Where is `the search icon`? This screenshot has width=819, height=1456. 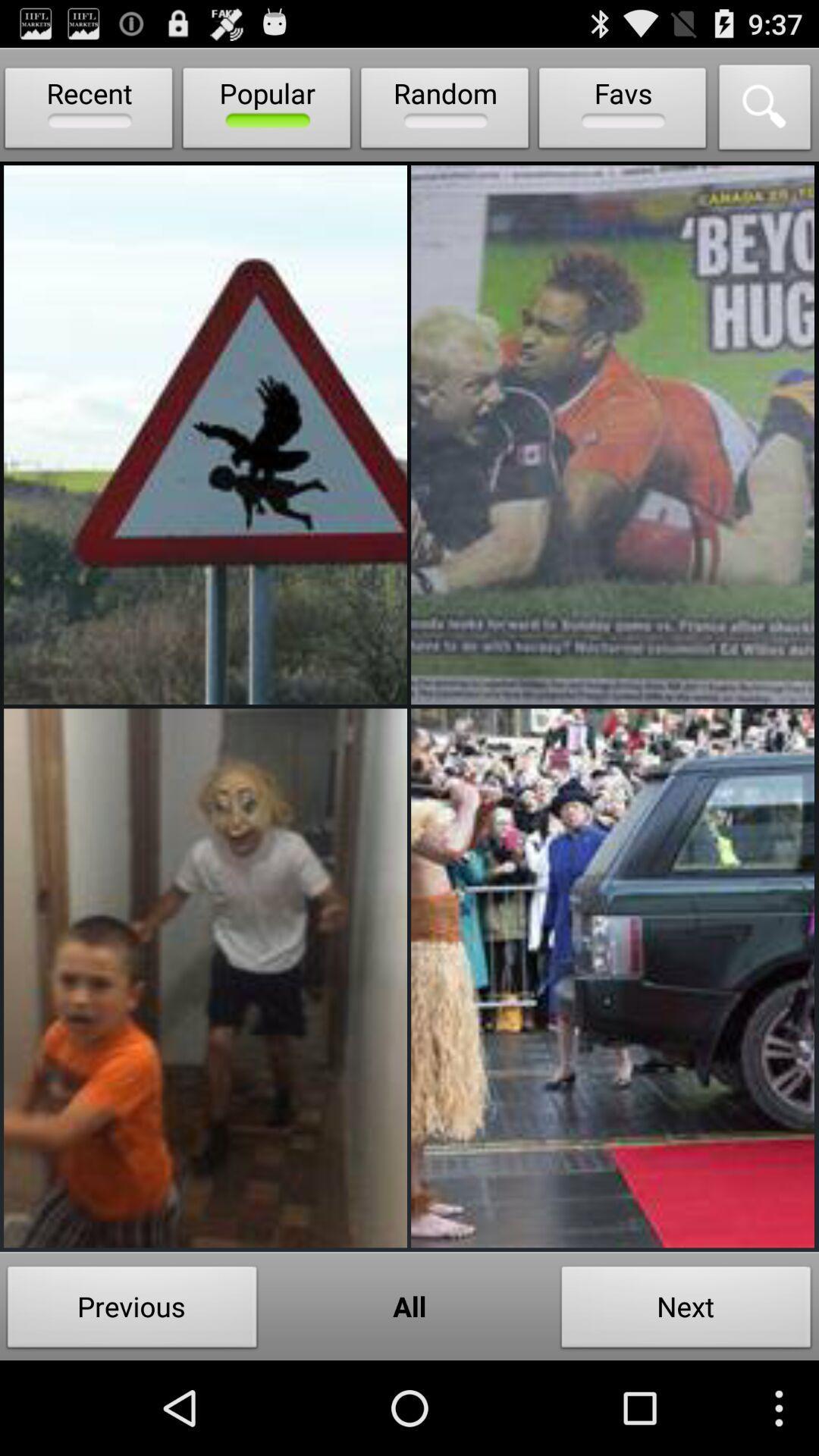 the search icon is located at coordinates (765, 118).